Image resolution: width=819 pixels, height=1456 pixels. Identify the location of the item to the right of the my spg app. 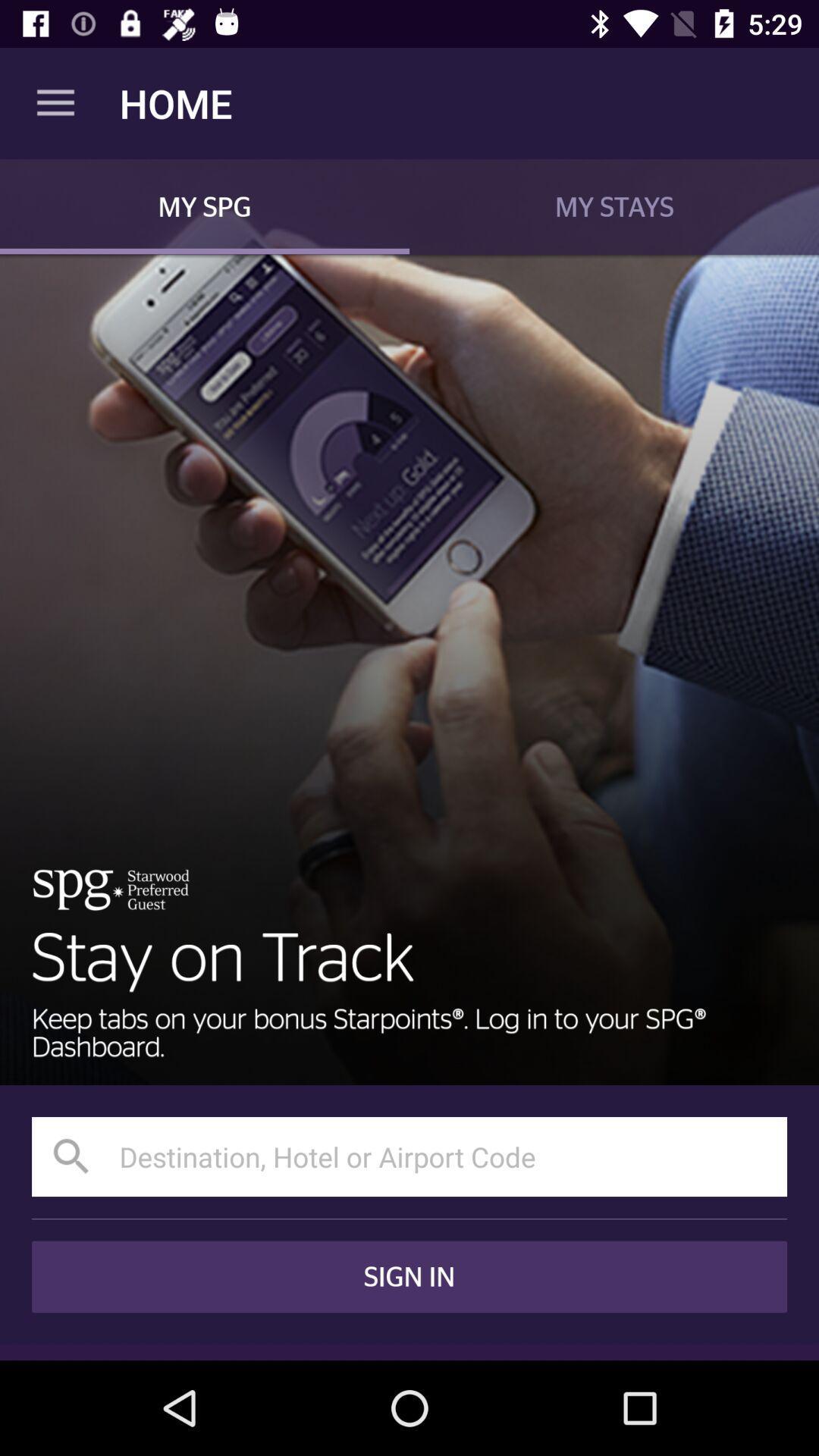
(614, 206).